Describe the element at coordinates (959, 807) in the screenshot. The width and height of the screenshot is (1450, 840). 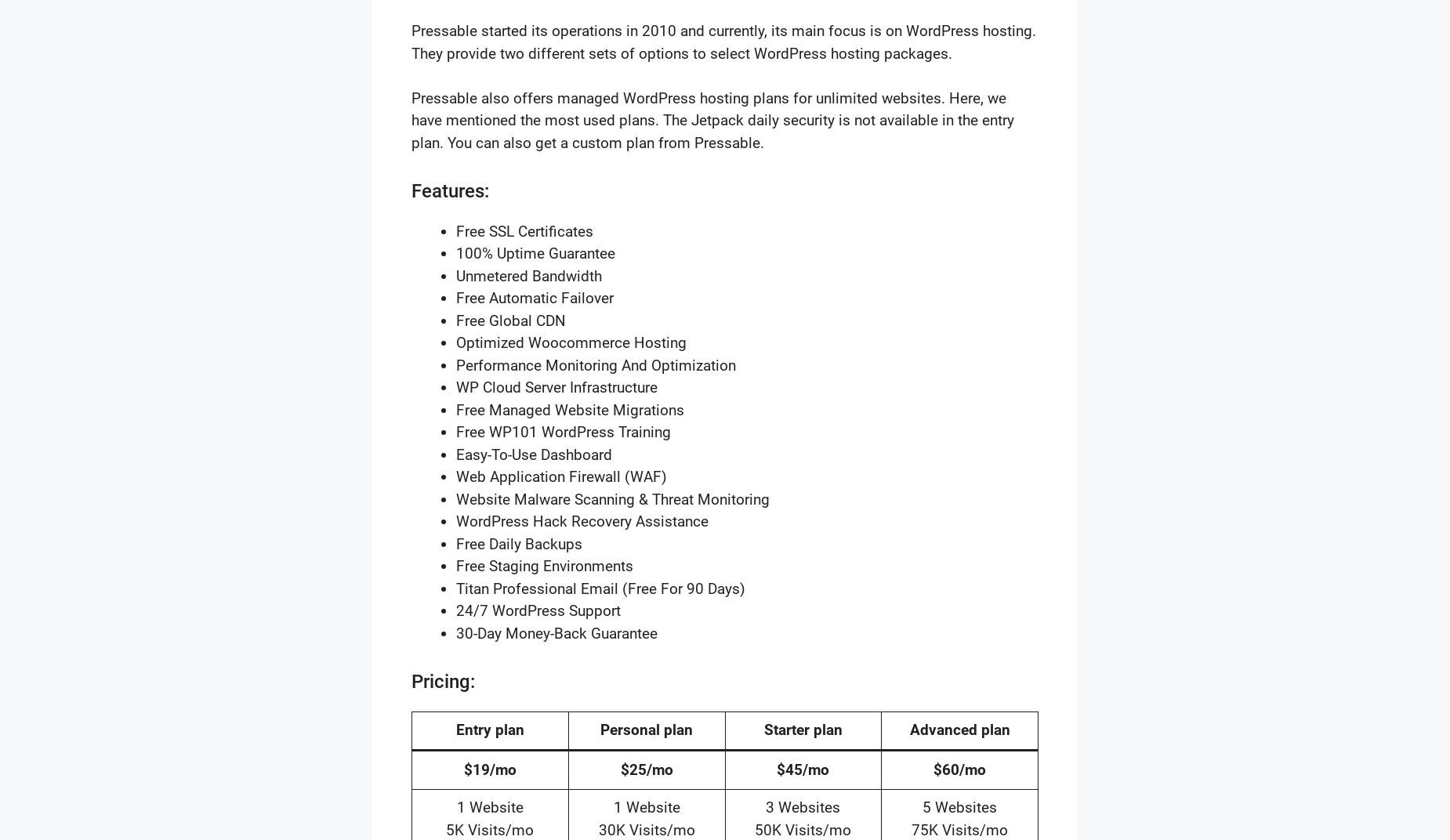
I see `'5 Websites'` at that location.